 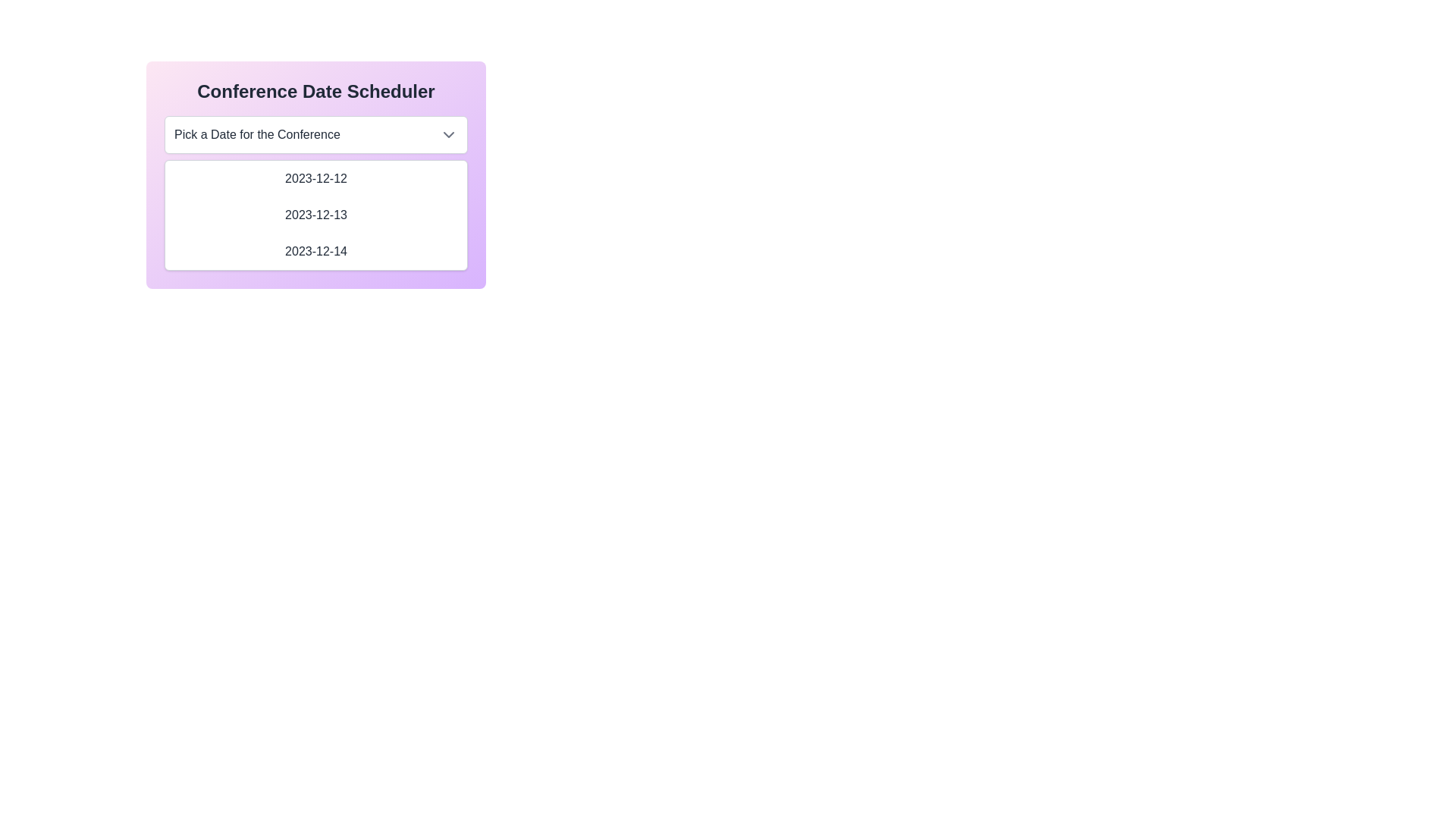 I want to click on the dropdown list item displaying the date '2023-12-12', so click(x=315, y=177).